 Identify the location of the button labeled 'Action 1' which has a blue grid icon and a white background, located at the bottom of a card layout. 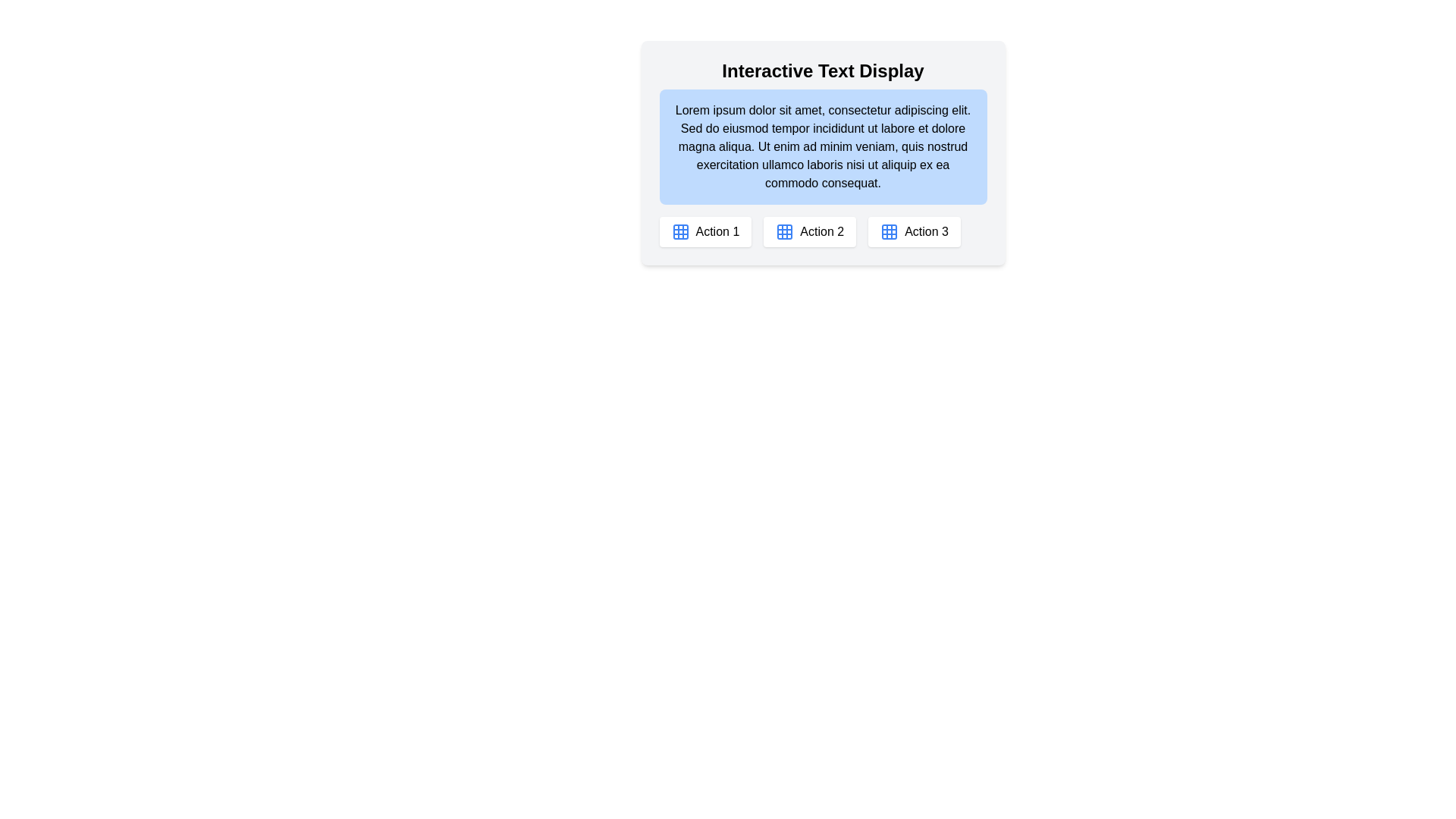
(704, 231).